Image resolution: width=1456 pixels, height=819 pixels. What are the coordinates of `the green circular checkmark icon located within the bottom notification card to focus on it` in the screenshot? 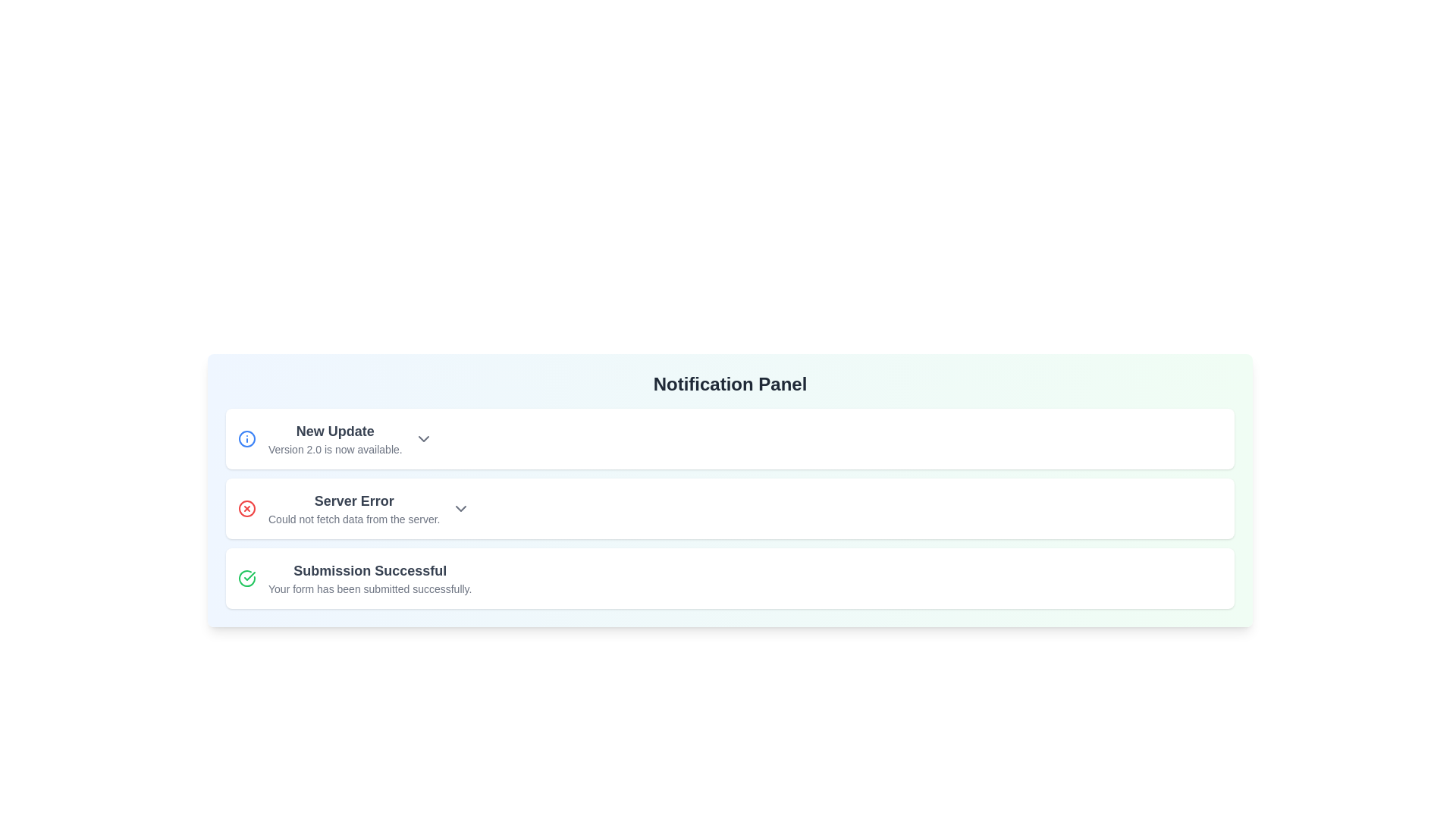 It's located at (247, 579).